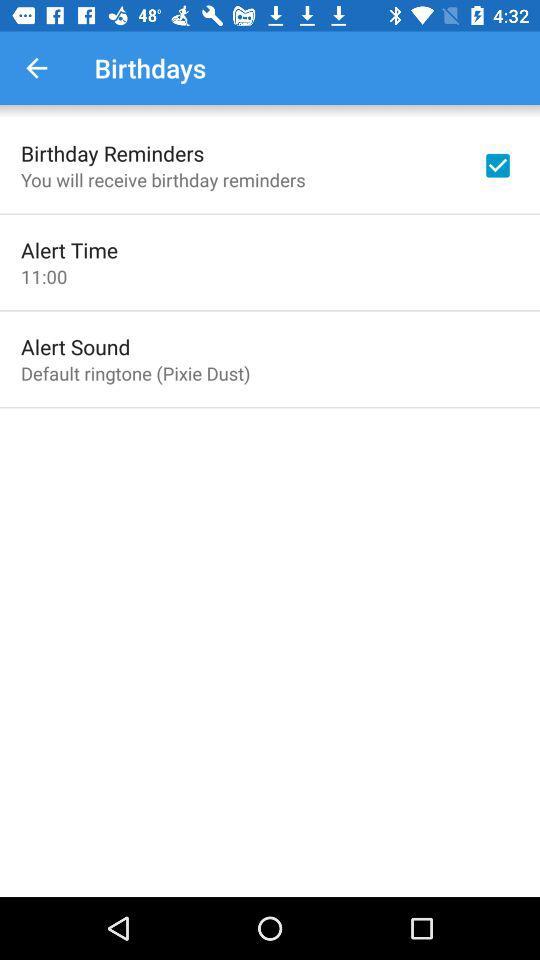  What do you see at coordinates (496, 164) in the screenshot?
I see `item at the top right corner` at bounding box center [496, 164].